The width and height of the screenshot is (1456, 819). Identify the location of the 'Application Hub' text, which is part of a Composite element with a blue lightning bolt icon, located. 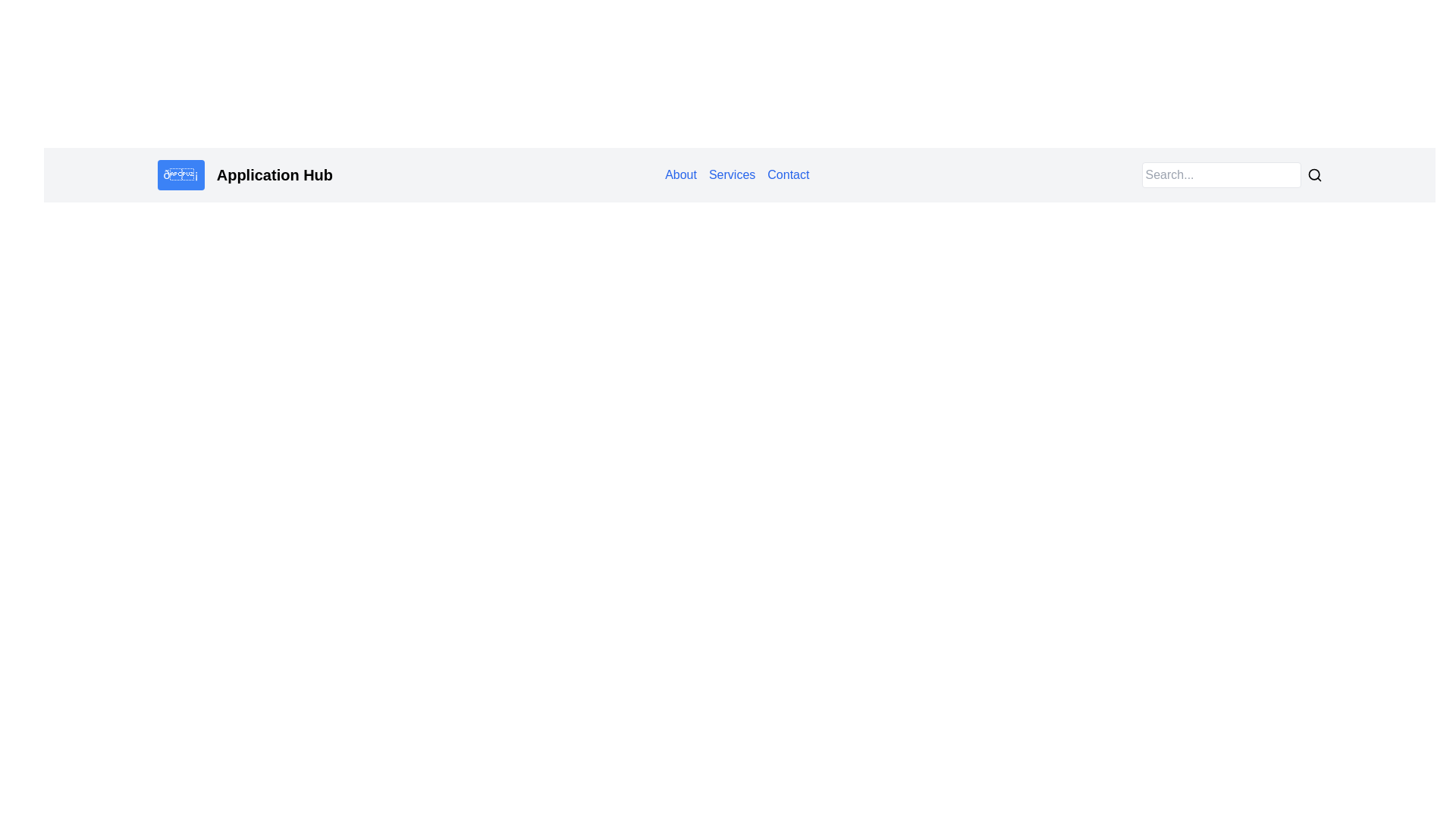
(245, 174).